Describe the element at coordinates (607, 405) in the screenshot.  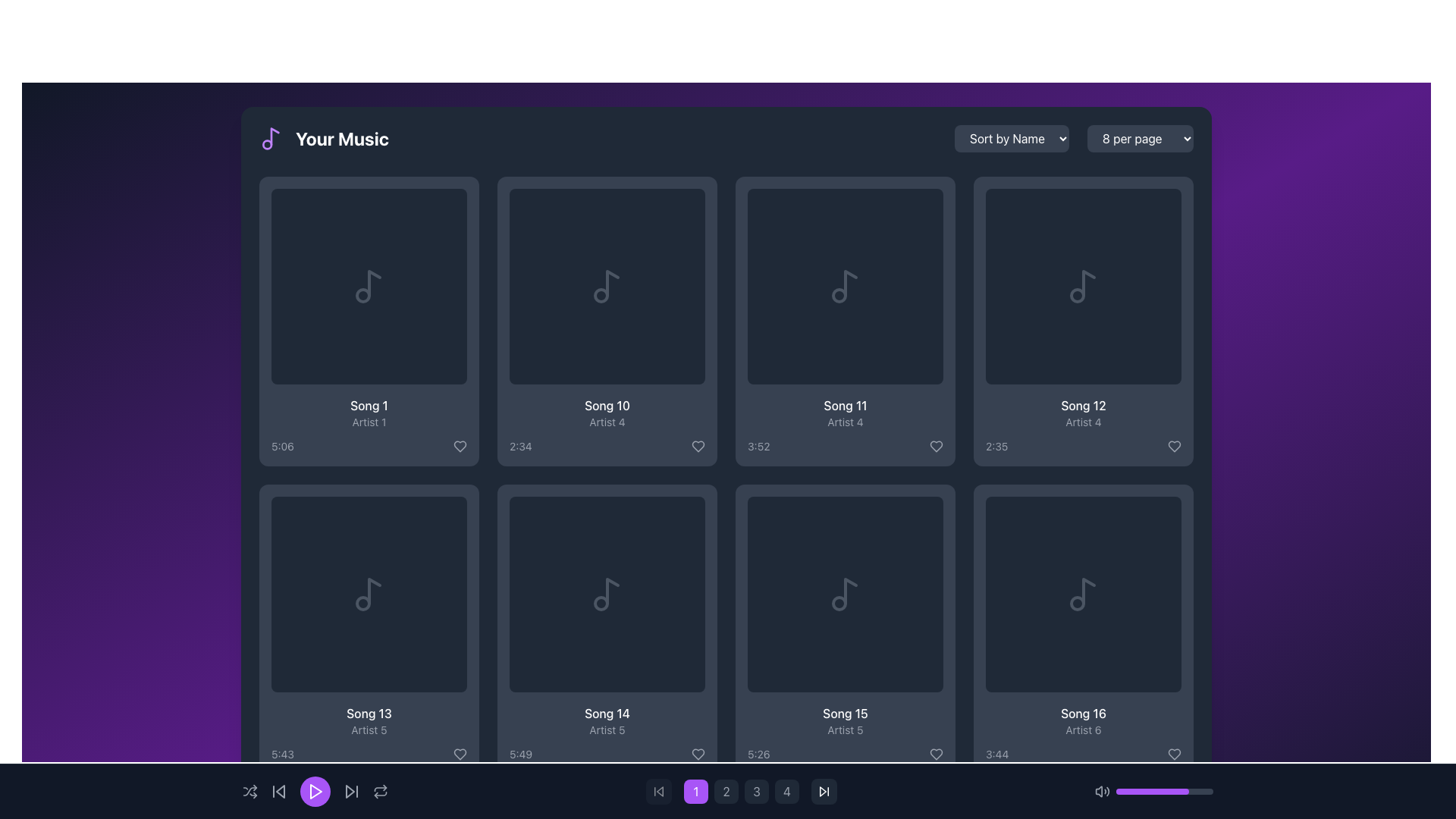
I see `text label displaying 'Song 10' which is located within the music item card in the second row and second column of the grid layout` at that location.